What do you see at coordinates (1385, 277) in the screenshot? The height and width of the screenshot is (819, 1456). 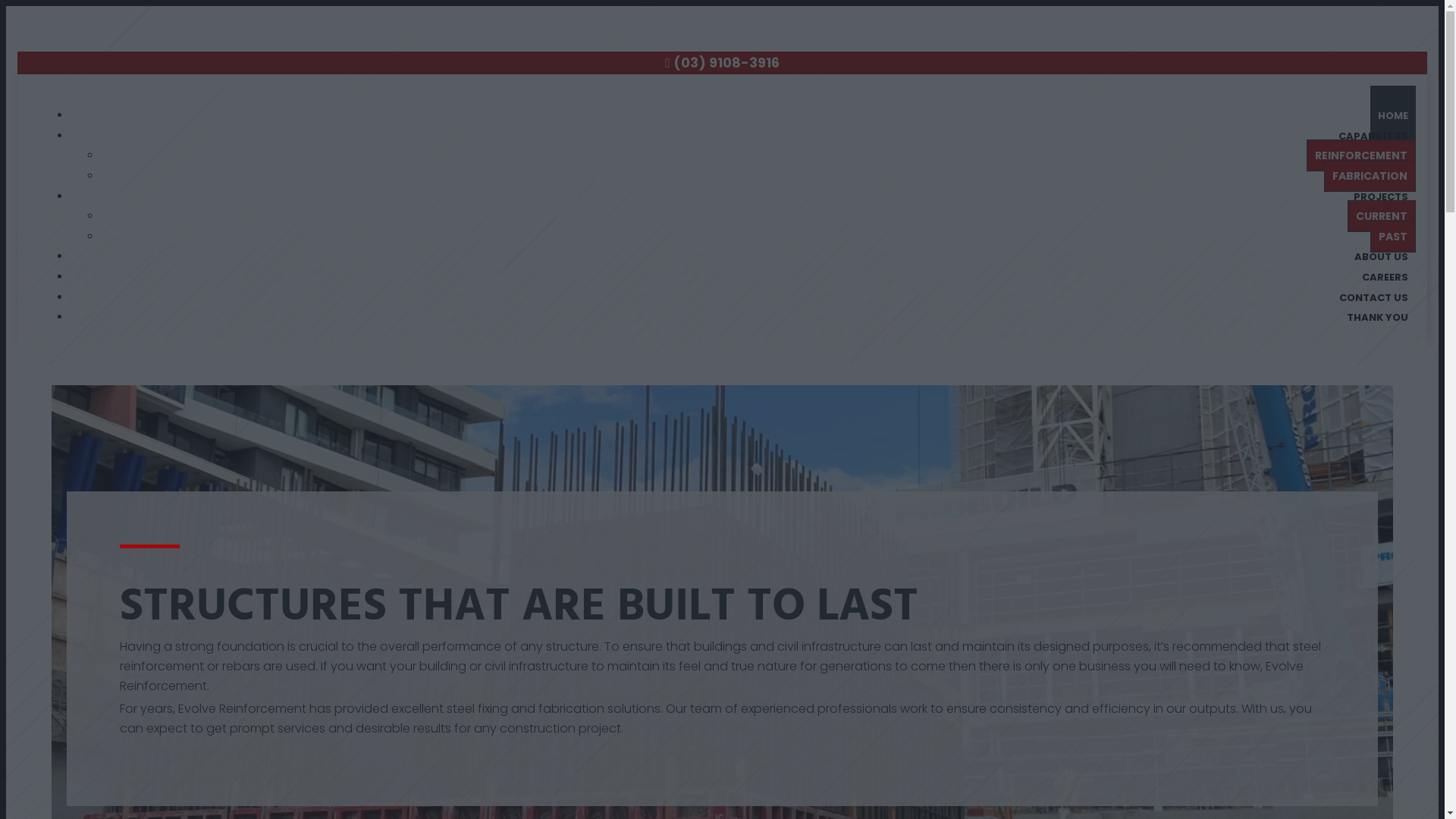 I see `'CAREERS'` at bounding box center [1385, 277].